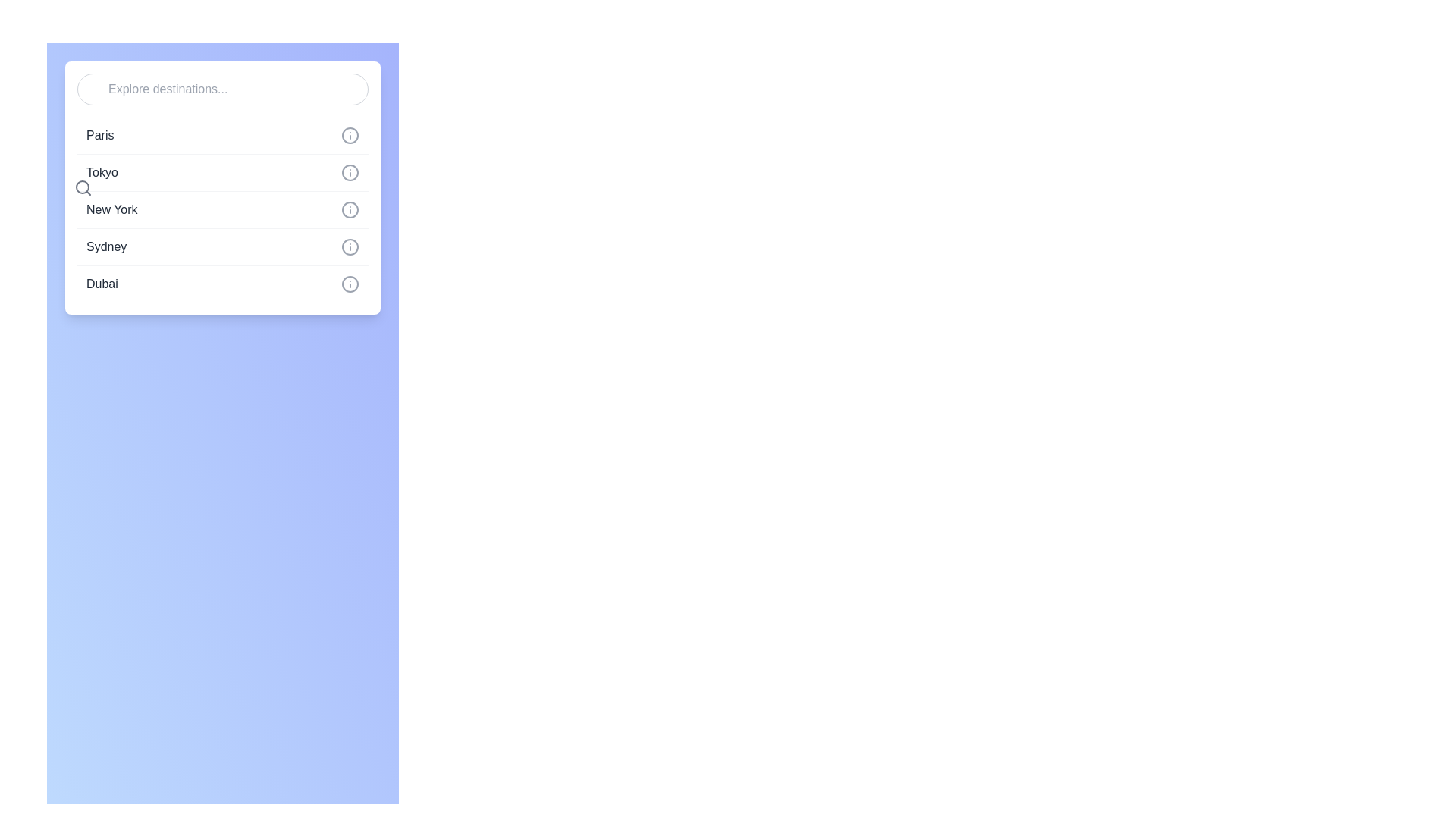 This screenshot has height=819, width=1456. I want to click on the search or highlight icon located to the left of the text 'Tokyo' in the second row of the list, so click(83, 187).